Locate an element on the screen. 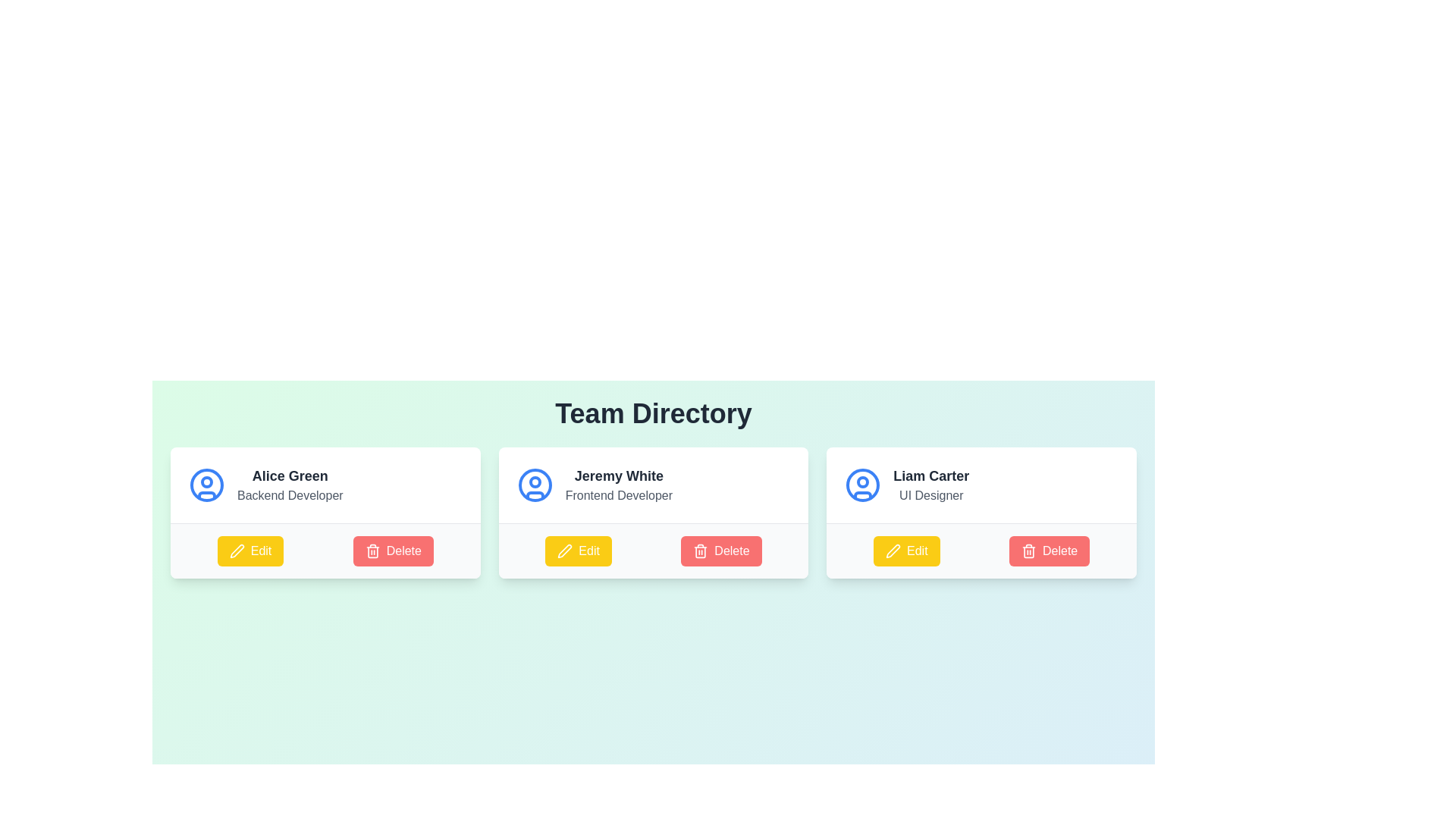  the circular user silhouette icon, styled in blue with a white background, located in the top-left corner of the card next to the text 'Alice Green' and 'Backend Developer' is located at coordinates (206, 485).